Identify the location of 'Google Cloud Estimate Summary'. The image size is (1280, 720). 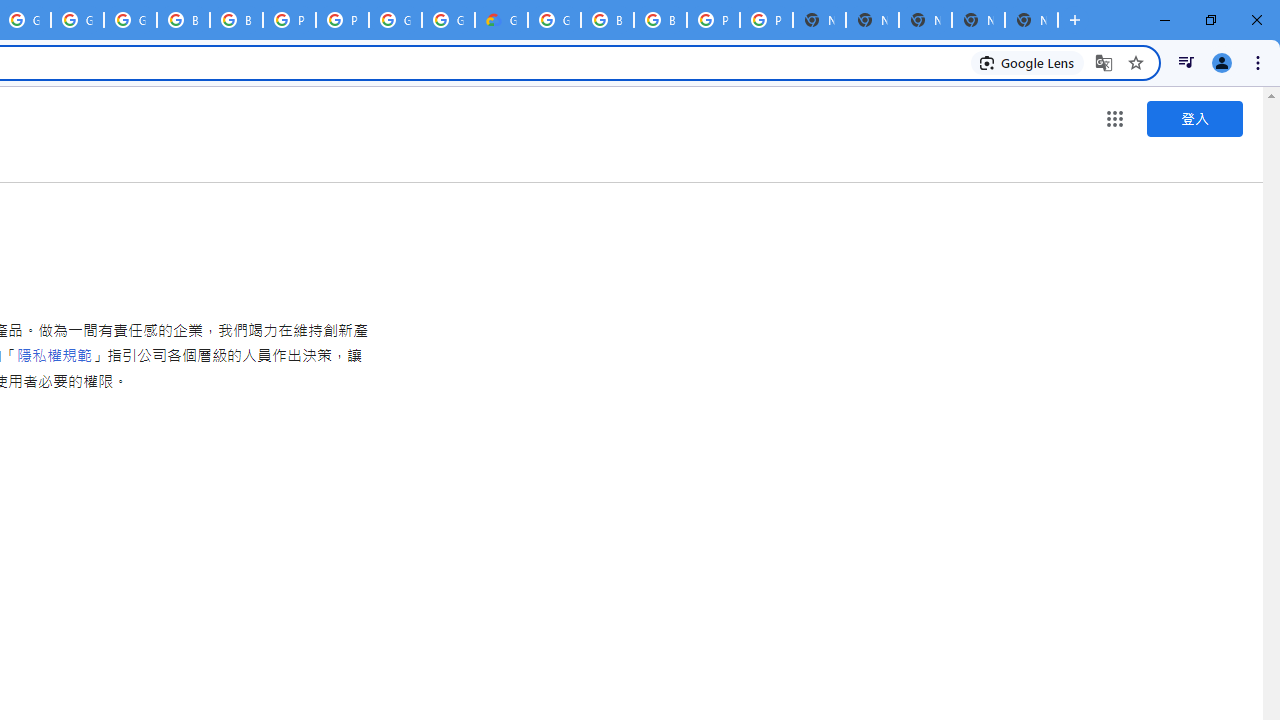
(501, 20).